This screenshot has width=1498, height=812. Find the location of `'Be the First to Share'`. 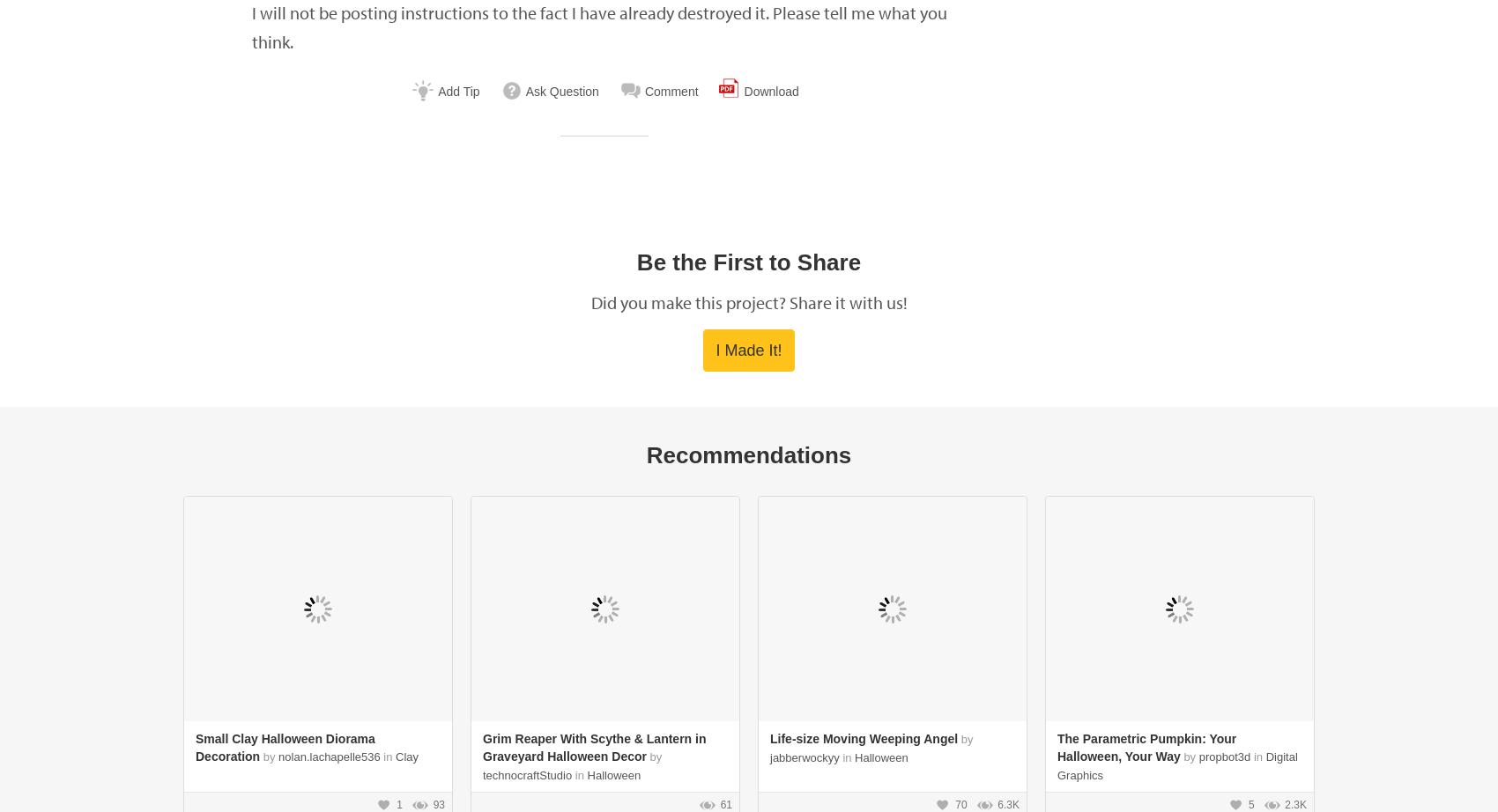

'Be the First to Share' is located at coordinates (635, 261).